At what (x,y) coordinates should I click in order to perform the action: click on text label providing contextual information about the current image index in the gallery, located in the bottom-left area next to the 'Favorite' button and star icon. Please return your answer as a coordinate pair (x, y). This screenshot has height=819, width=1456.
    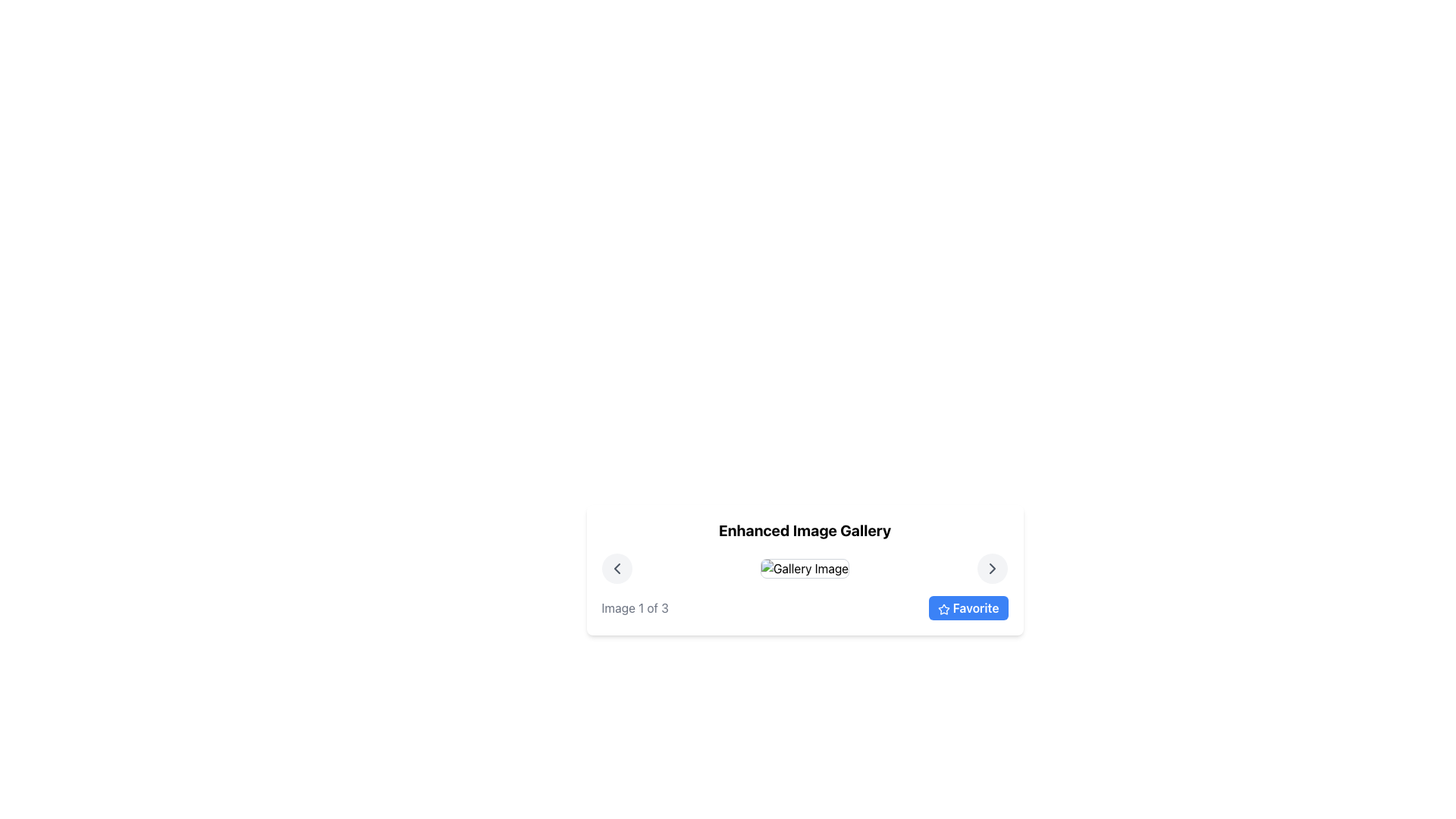
    Looking at the image, I should click on (635, 607).